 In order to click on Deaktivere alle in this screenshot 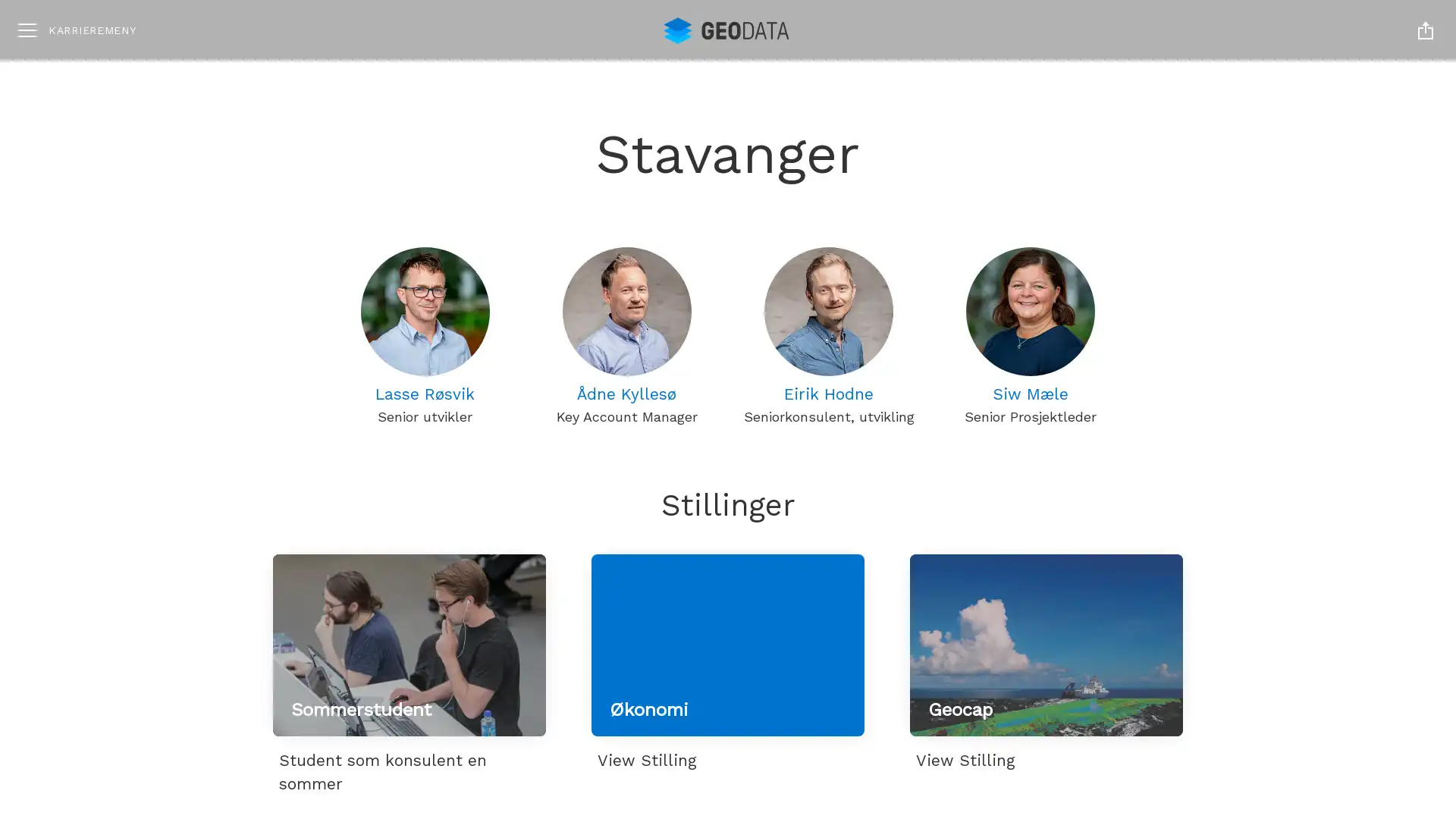, I will do `click(1282, 693)`.